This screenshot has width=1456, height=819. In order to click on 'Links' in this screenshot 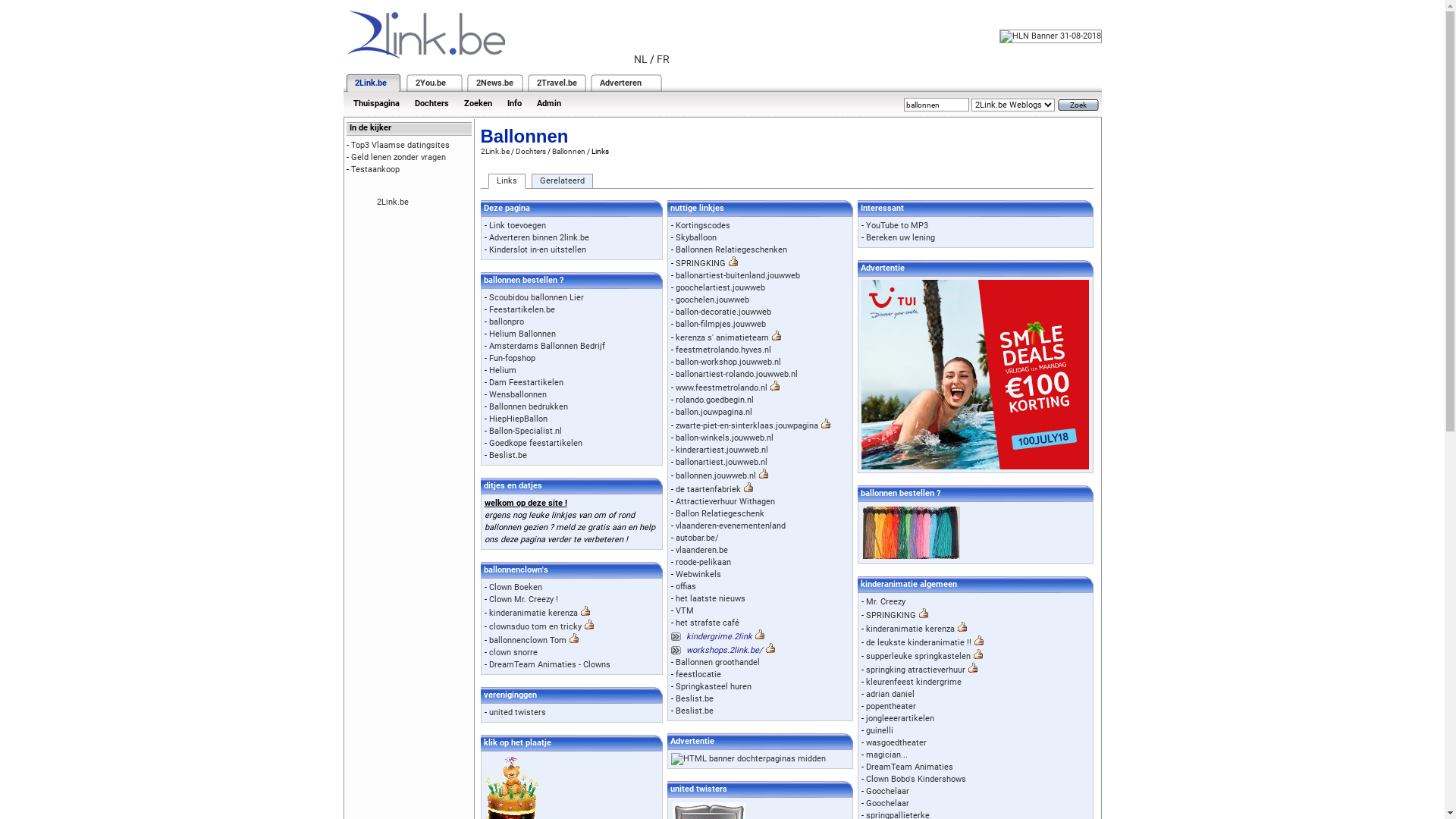, I will do `click(507, 180)`.